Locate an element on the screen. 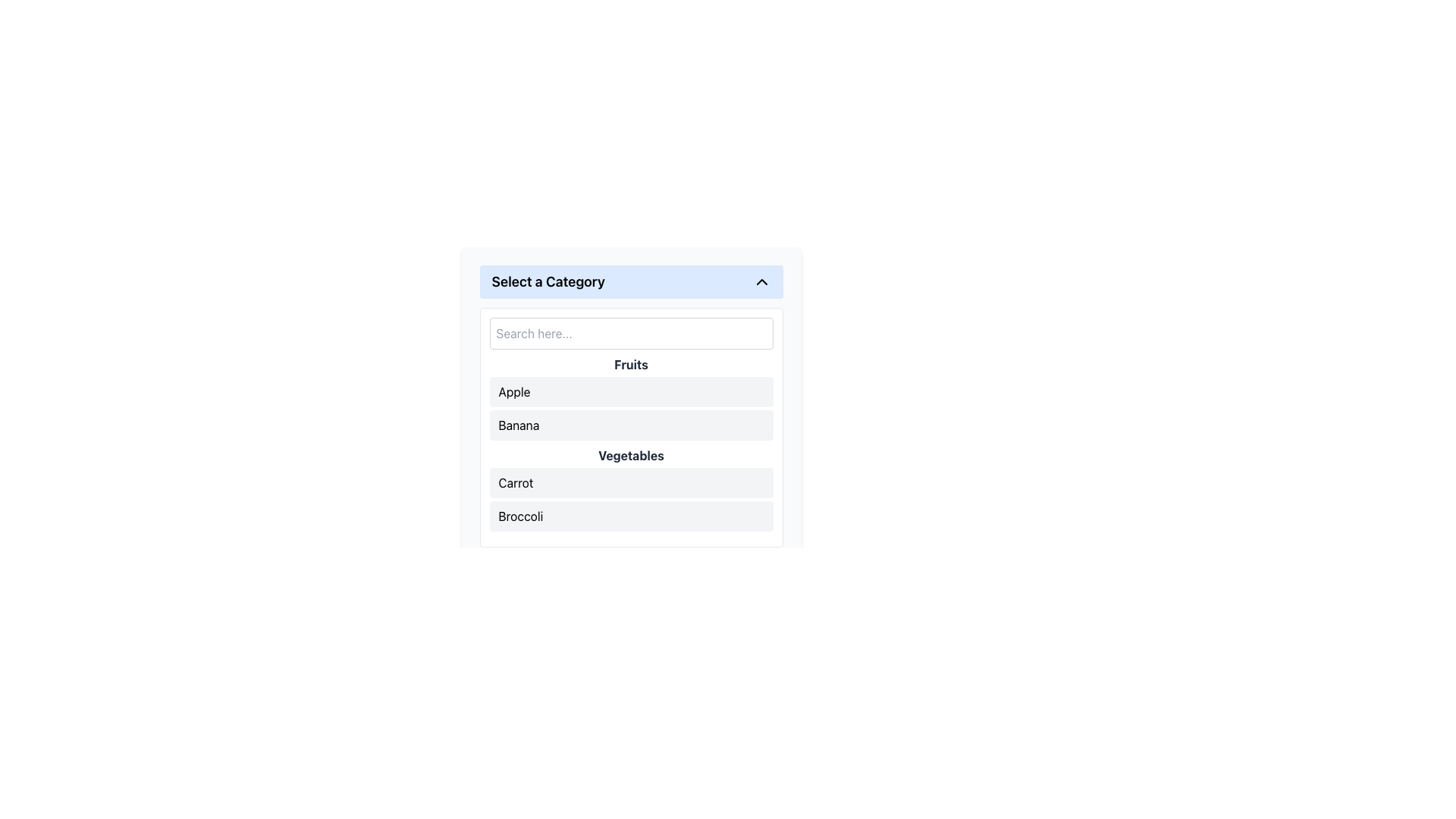 Image resolution: width=1456 pixels, height=819 pixels. the text label representing the selection option for 'Banana' in the 'Fruits' category menu is located at coordinates (519, 425).